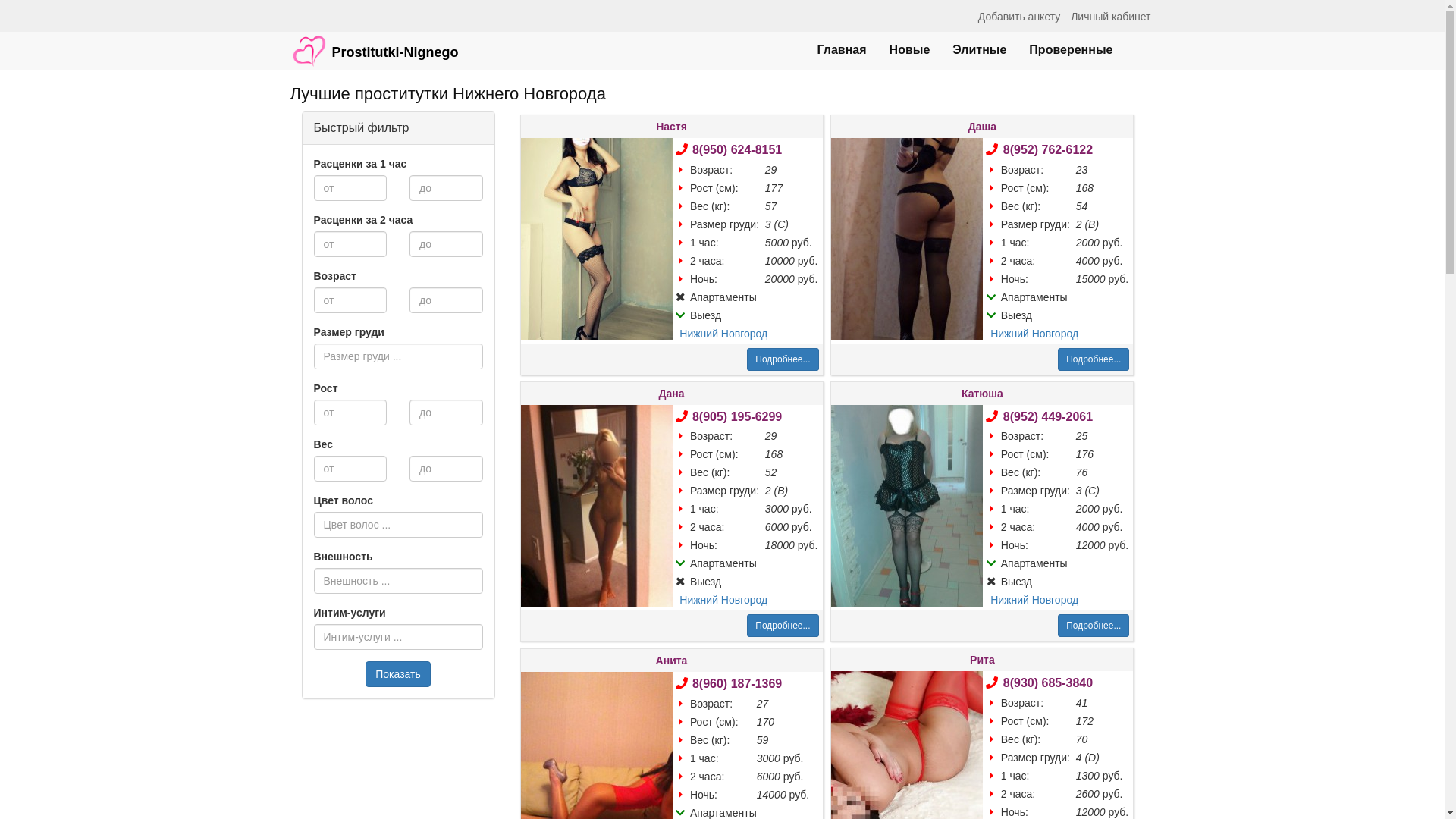 This screenshot has width=1456, height=819. Describe the element at coordinates (375, 42) in the screenshot. I see `'Prostitutki-Nignego'` at that location.